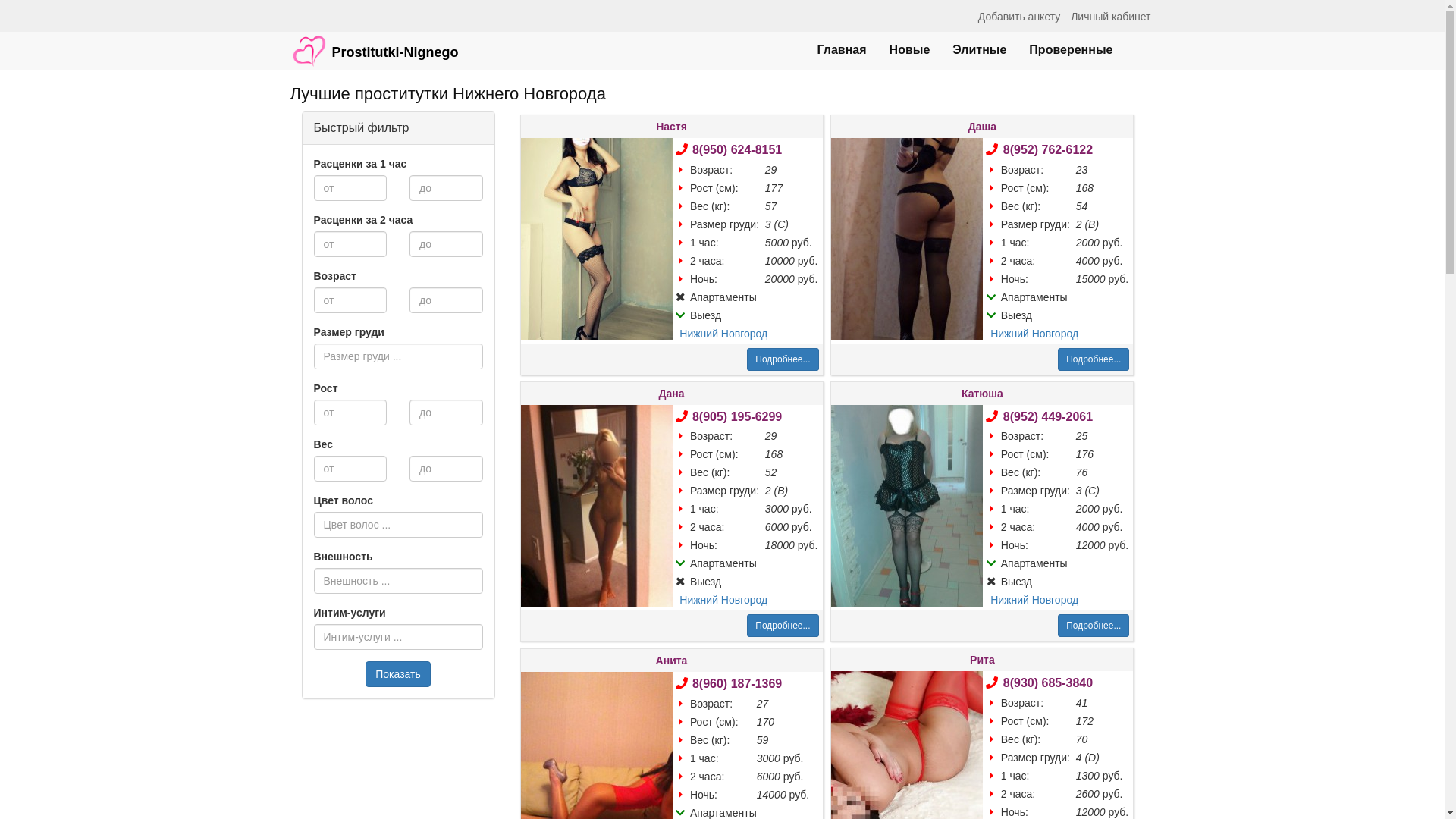 This screenshot has width=1456, height=819. Describe the element at coordinates (375, 42) in the screenshot. I see `'Prostitutki-Nignego'` at that location.